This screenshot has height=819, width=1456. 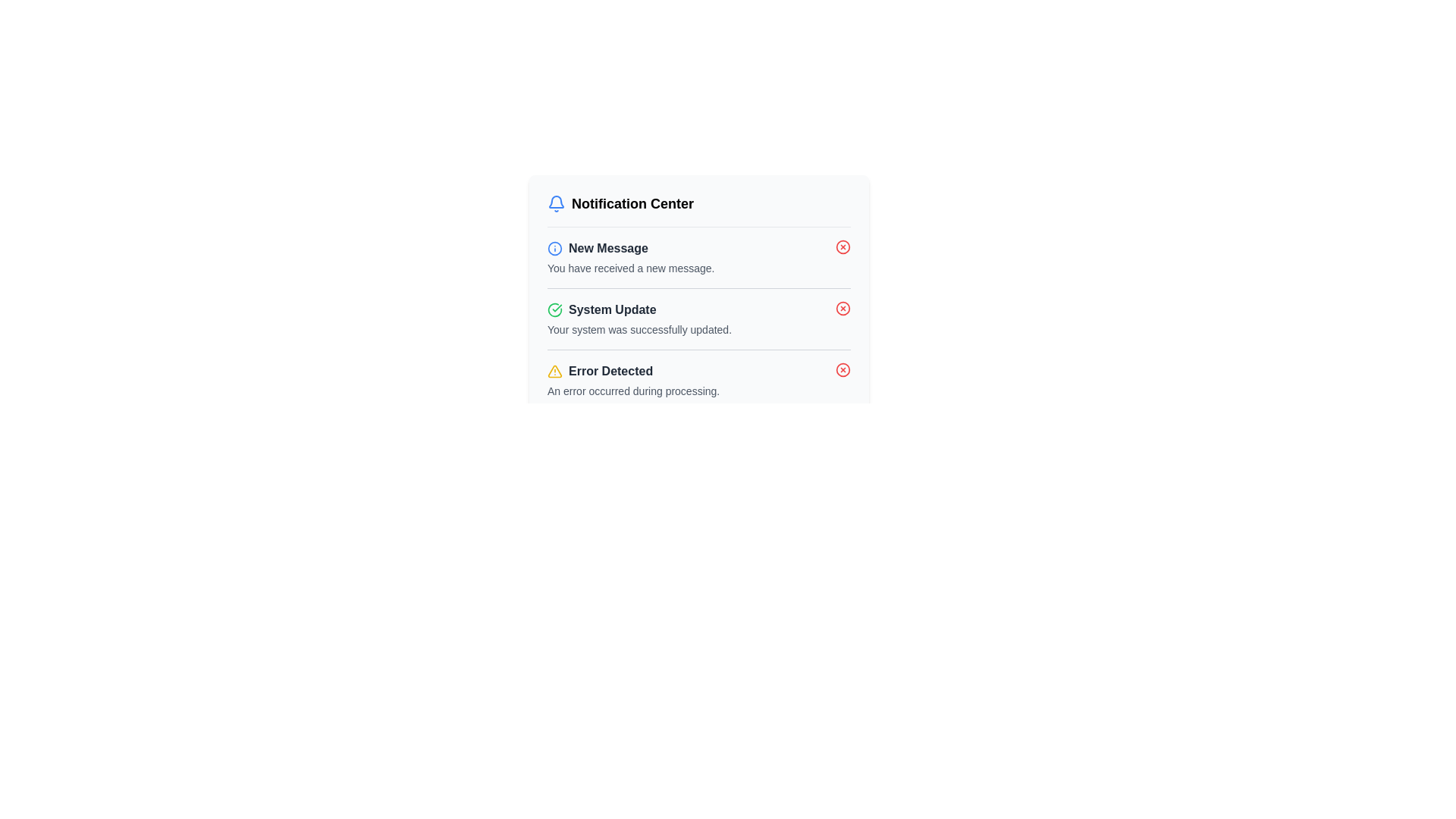 What do you see at coordinates (639, 309) in the screenshot?
I see `the 'System Update' notification header, which features a green circular checkmark icon and bold text, located in the Notification Center panel` at bounding box center [639, 309].